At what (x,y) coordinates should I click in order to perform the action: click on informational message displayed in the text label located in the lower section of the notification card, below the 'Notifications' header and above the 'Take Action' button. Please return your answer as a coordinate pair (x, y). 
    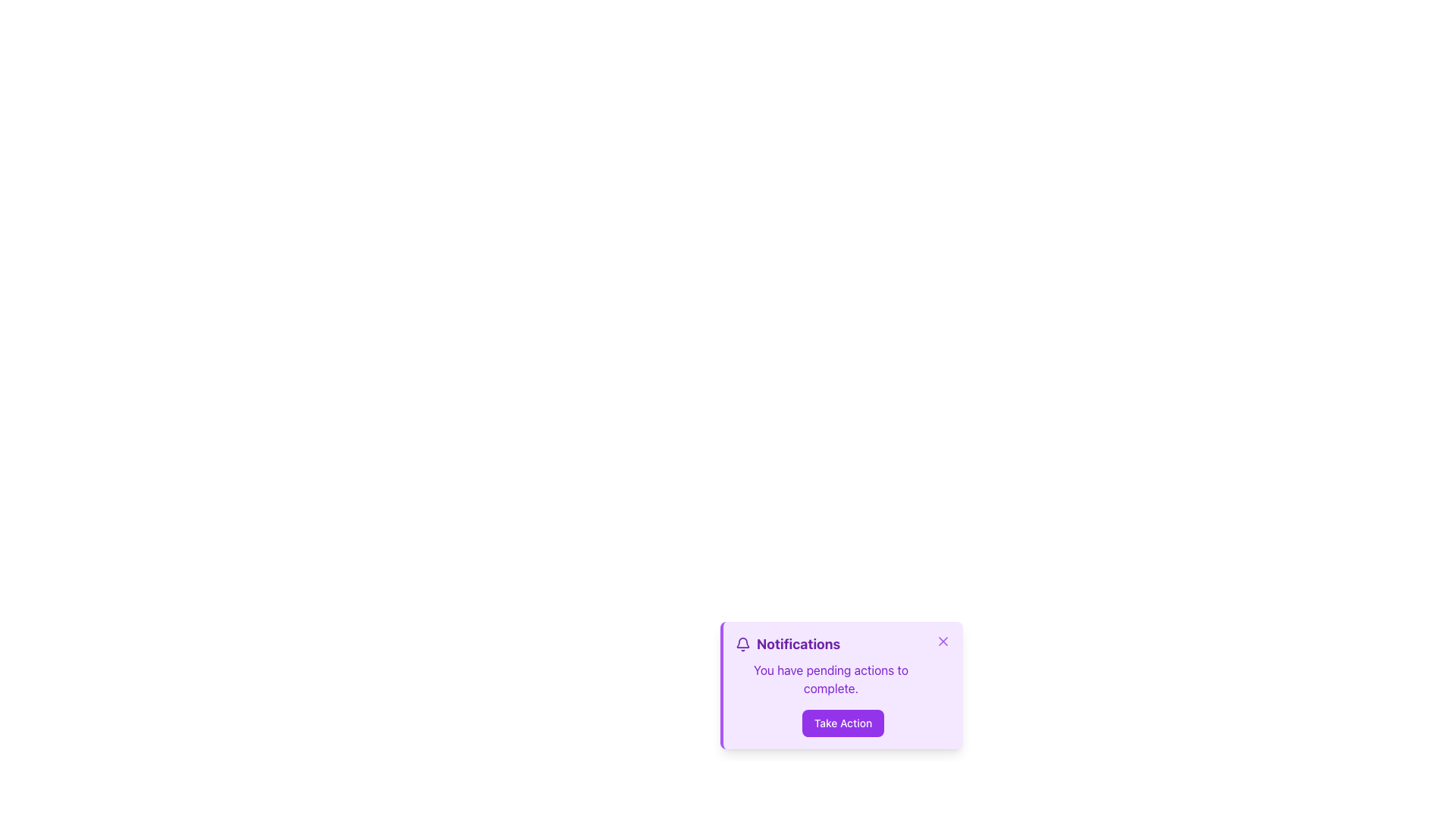
    Looking at the image, I should click on (830, 678).